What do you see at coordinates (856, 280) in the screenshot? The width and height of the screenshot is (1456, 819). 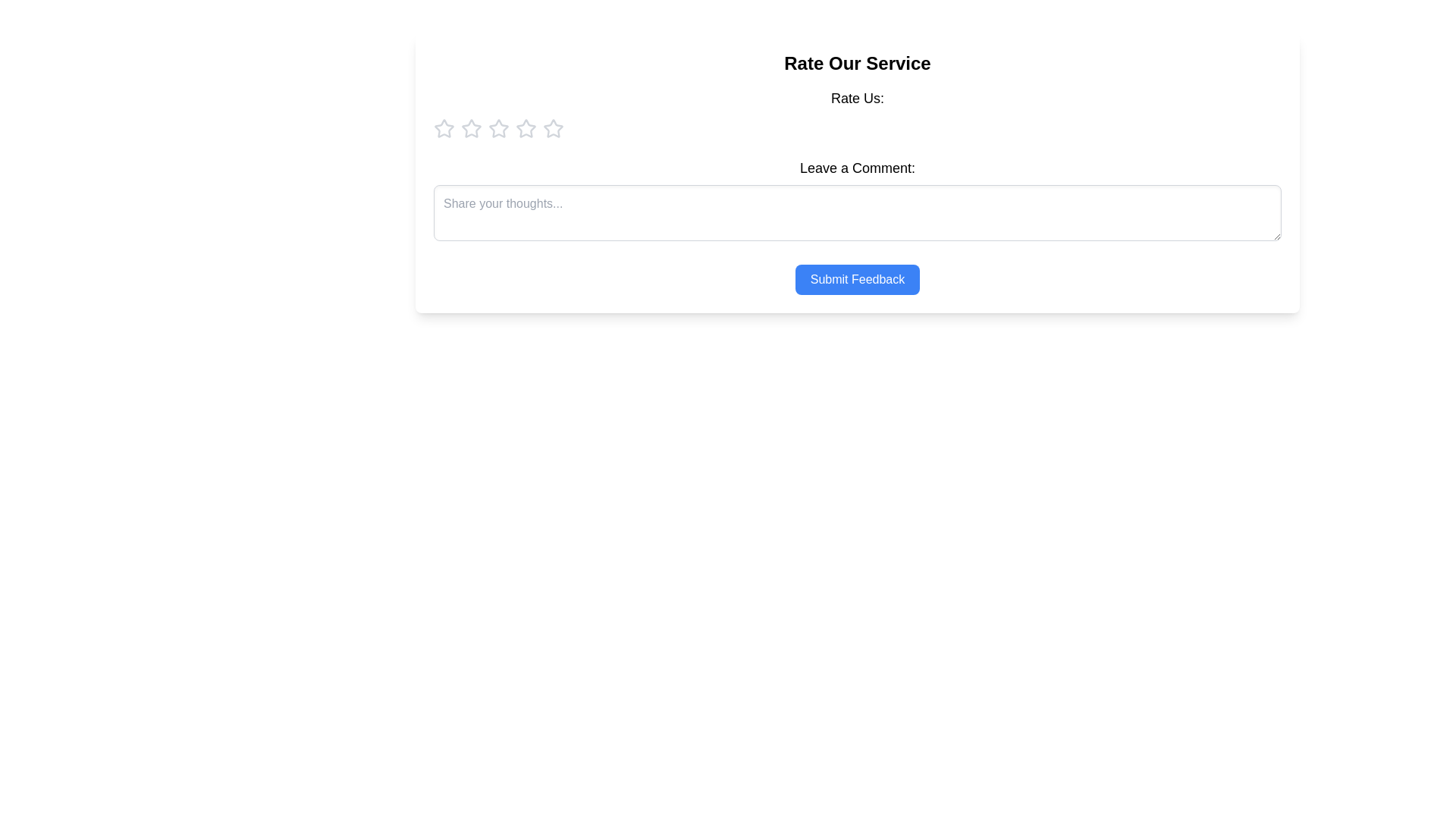 I see `the 'Submit Feedback' button` at bounding box center [856, 280].